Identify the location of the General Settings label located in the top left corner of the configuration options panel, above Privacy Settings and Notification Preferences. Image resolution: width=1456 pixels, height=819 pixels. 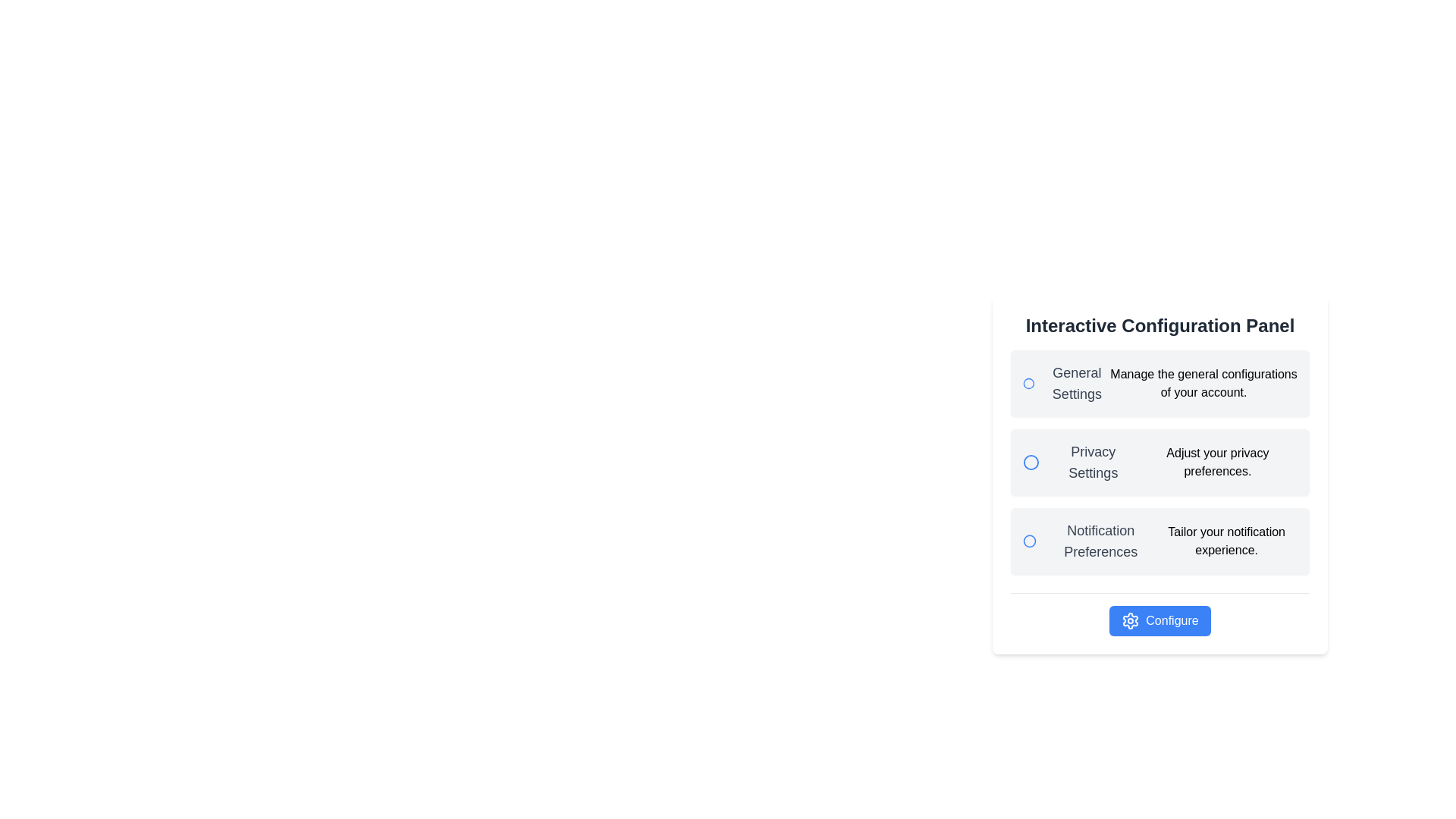
(1065, 382).